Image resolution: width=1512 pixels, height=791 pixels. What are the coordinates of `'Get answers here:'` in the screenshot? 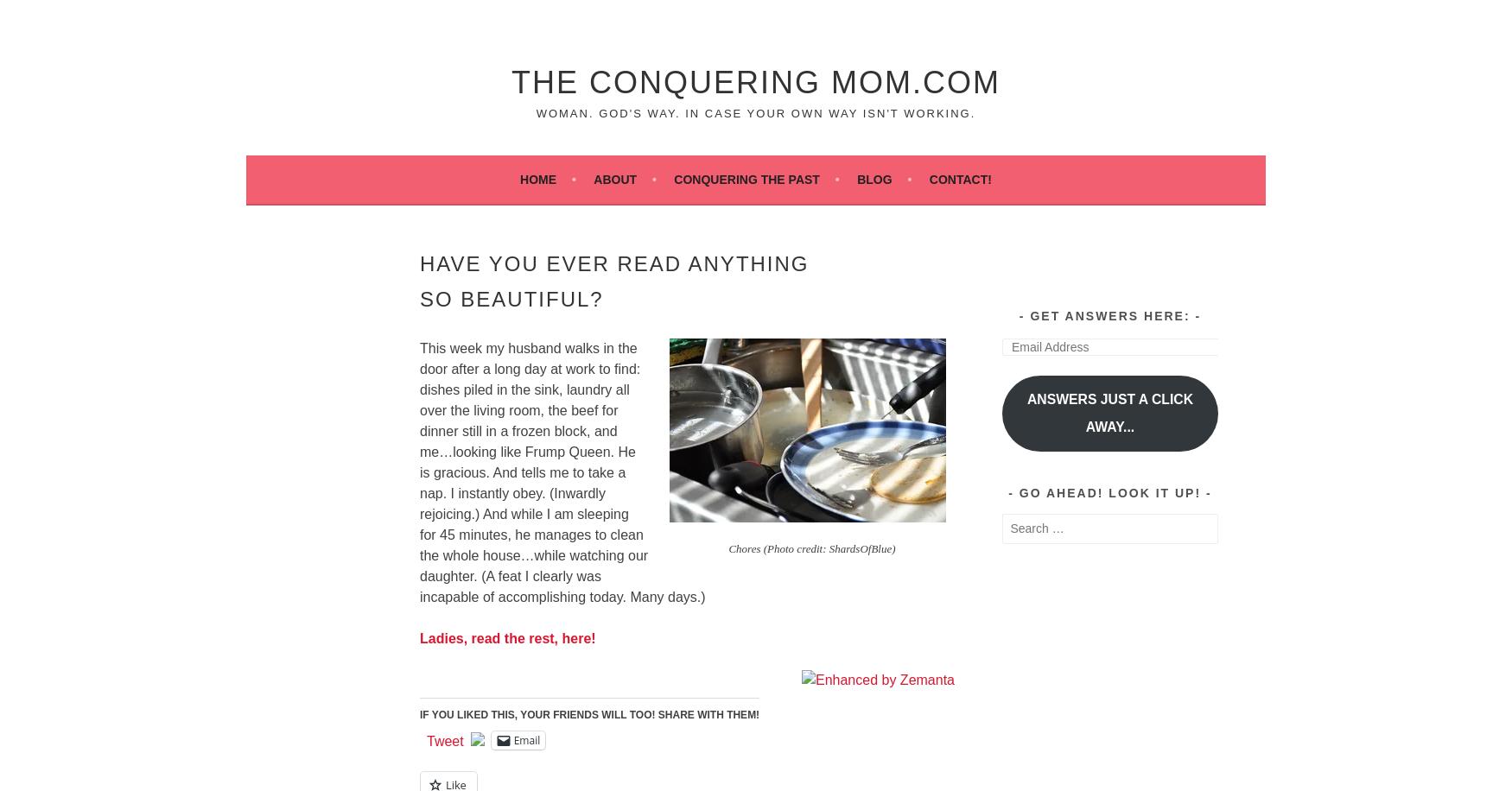 It's located at (1109, 315).